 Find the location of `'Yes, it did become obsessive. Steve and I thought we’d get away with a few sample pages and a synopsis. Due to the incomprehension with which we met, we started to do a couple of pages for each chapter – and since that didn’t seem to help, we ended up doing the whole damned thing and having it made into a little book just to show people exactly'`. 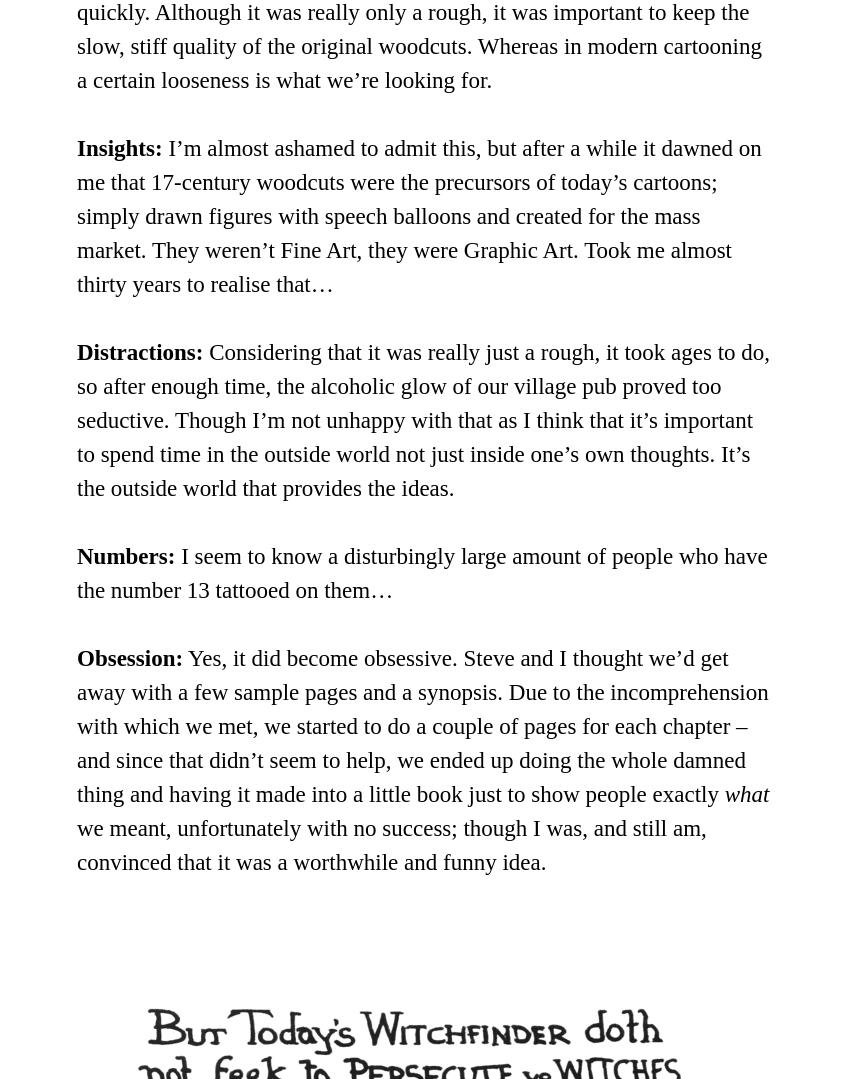

'Yes, it did become obsessive. Steve and I thought we’d get away with a few sample pages and a synopsis. Due to the incomprehension with which we met, we started to do a couple of pages for each chapter – and since that didn’t seem to help, we ended up doing the whole damned thing and having it made into a little book just to show people exactly' is located at coordinates (77, 725).